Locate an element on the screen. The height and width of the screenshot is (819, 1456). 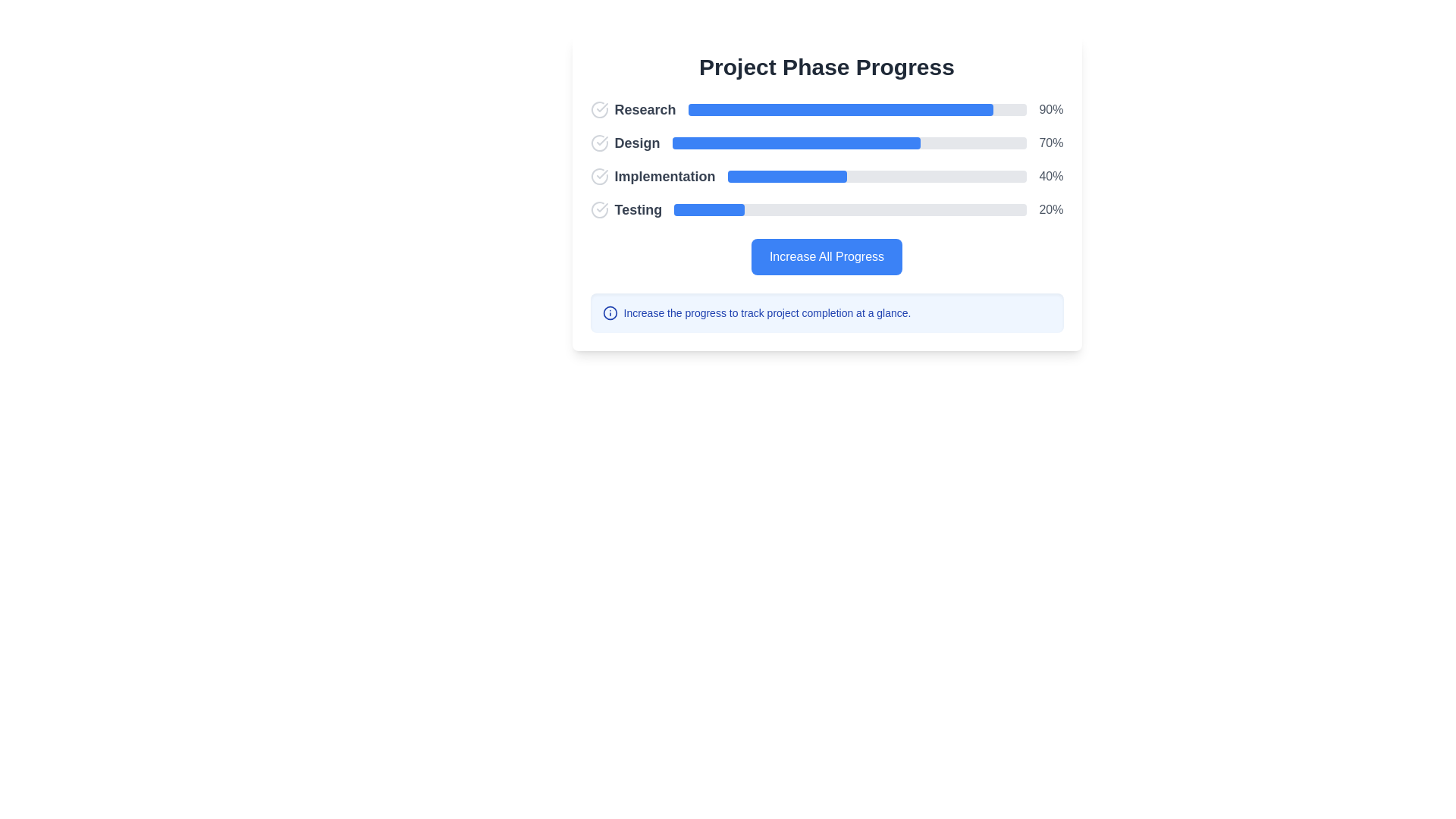
the blue rectangular button labeled 'Increase All Progress' to observe its hover effect is located at coordinates (826, 256).